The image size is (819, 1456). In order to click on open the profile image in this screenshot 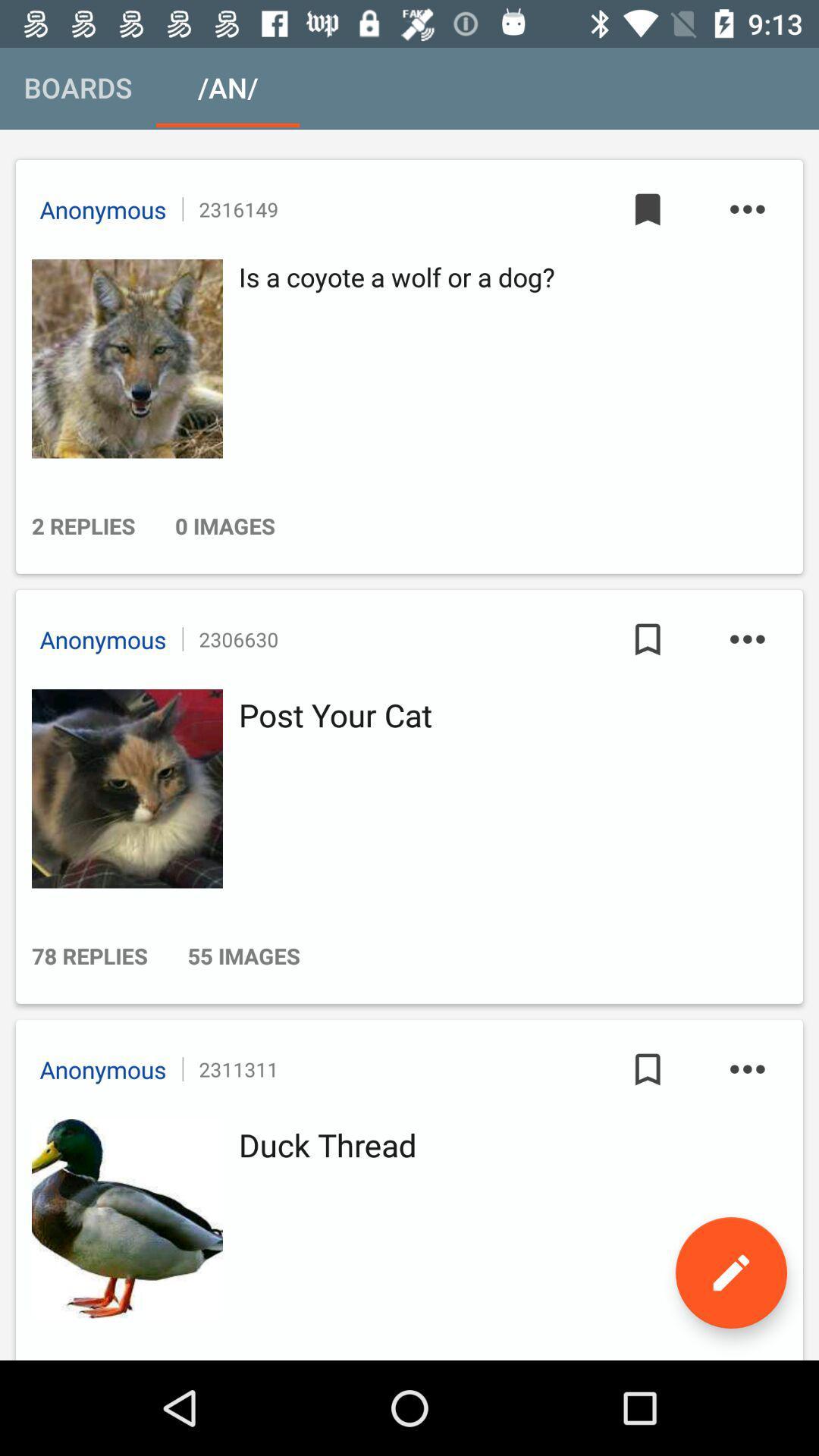, I will do `click(122, 789)`.